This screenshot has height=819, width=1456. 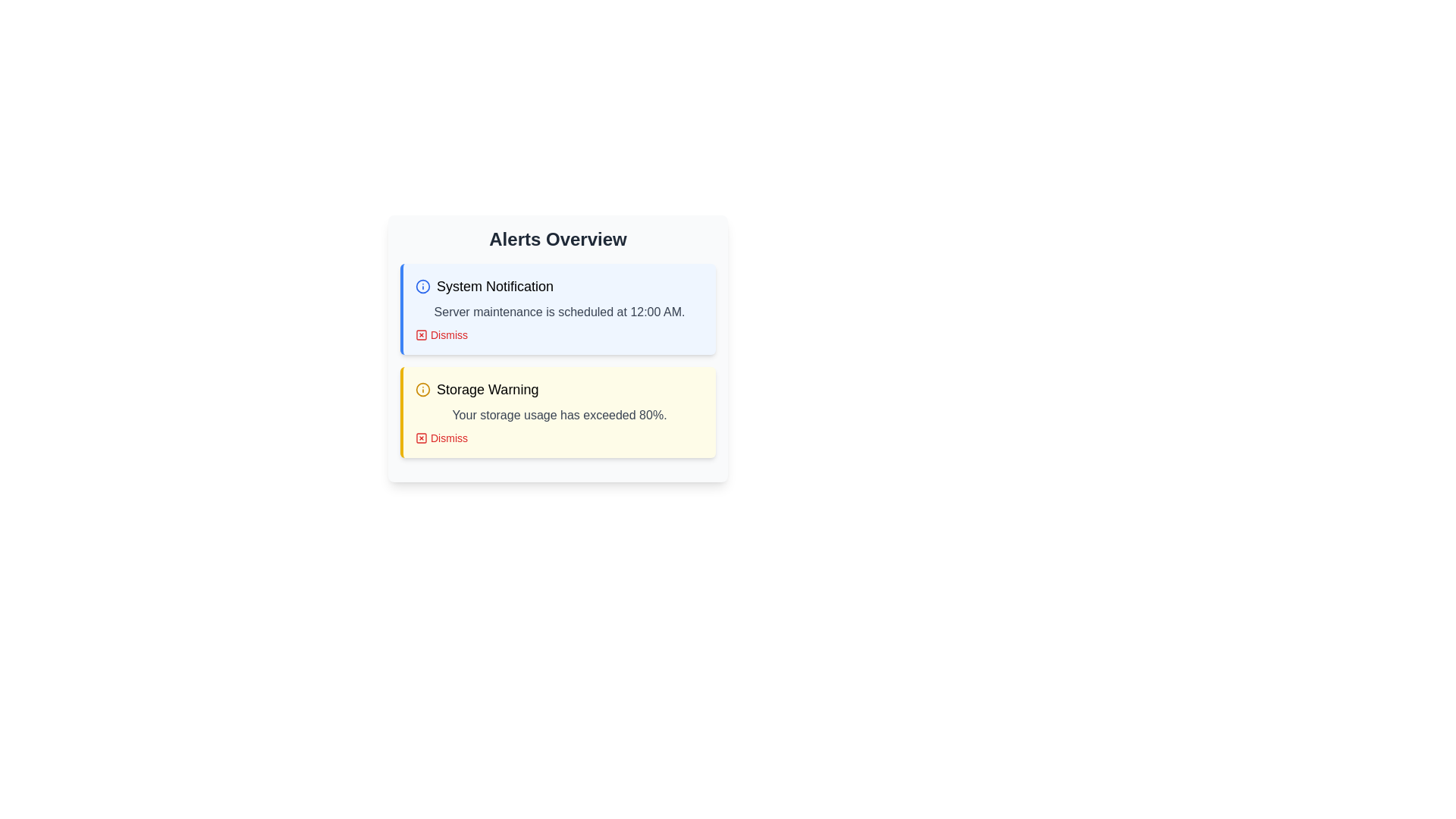 I want to click on the informational notification icon located to the left of the text 'System Notification' in the 'Alerts Overview' card, so click(x=422, y=287).